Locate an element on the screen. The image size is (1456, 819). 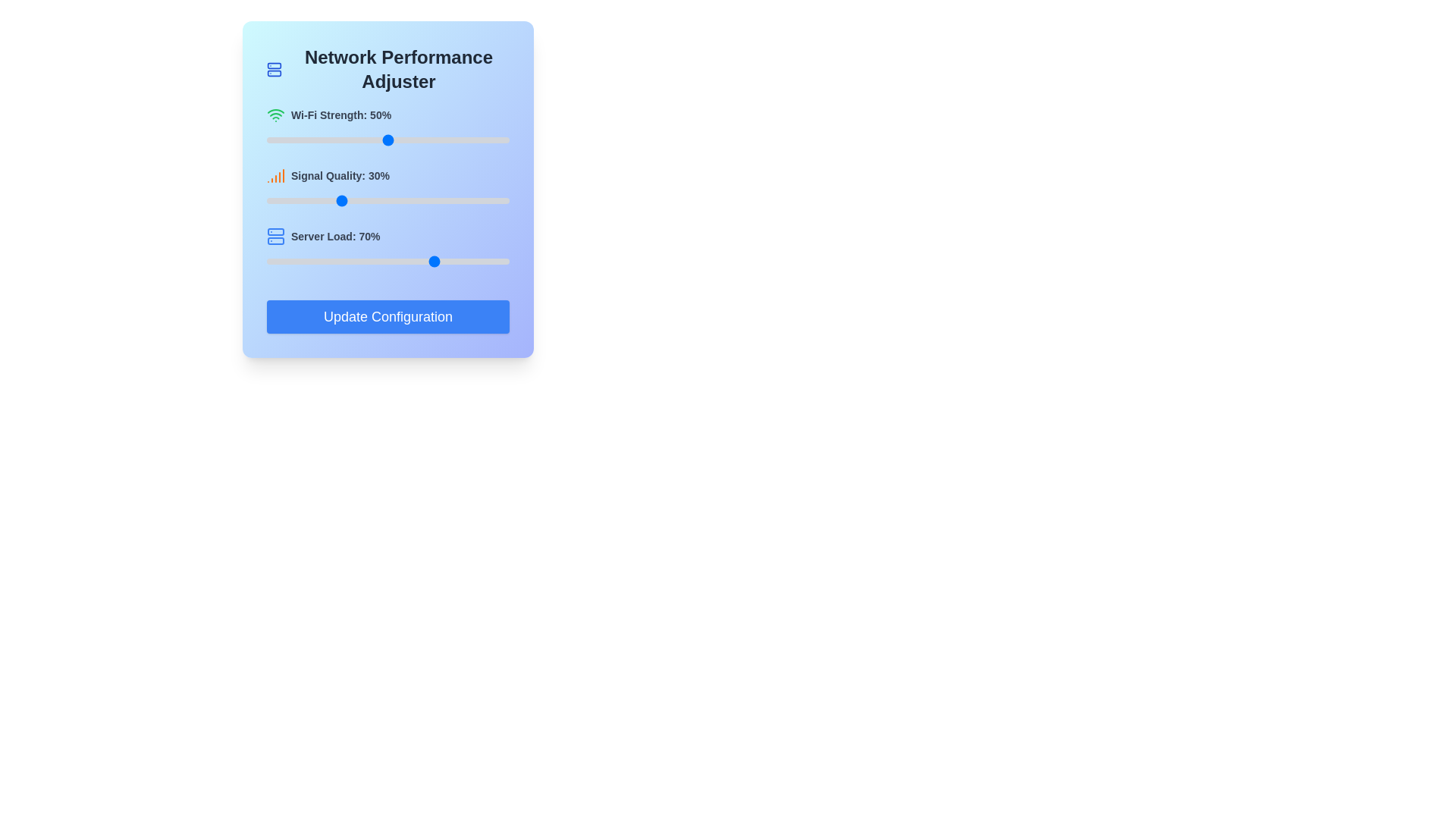
the server load slider is located at coordinates (450, 260).